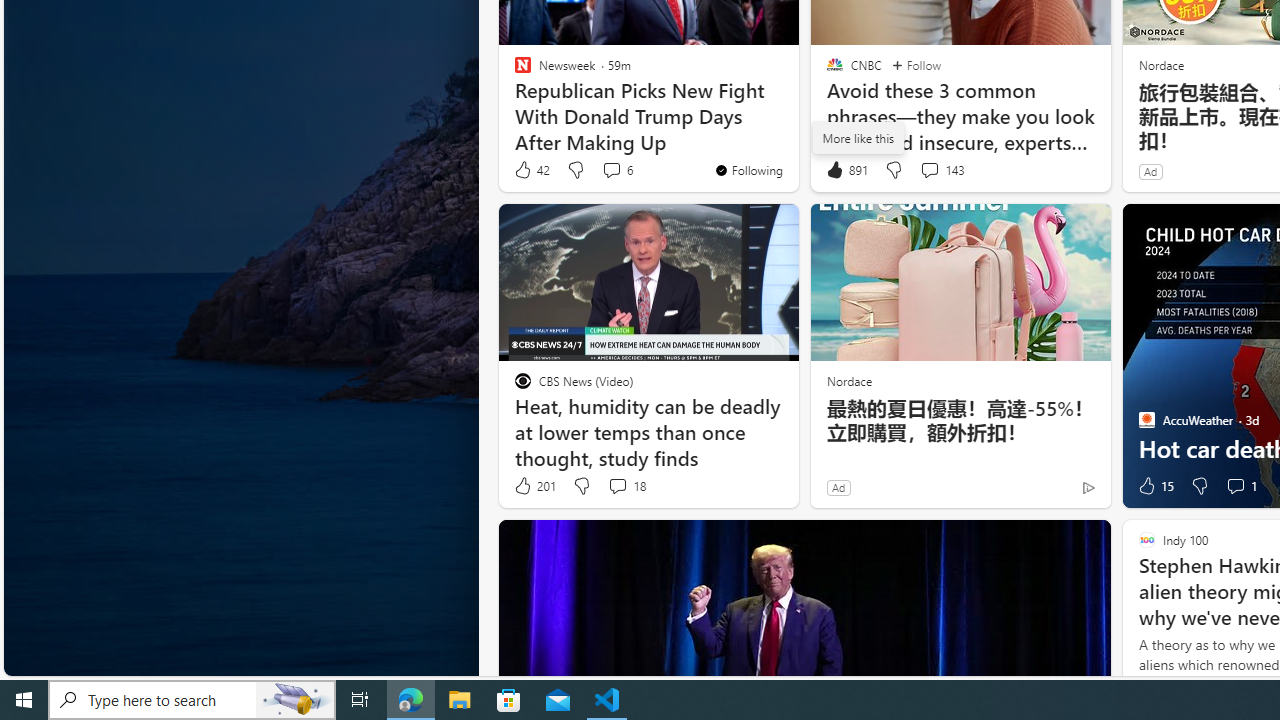 Image resolution: width=1280 pixels, height=720 pixels. I want to click on 'You', so click(747, 168).